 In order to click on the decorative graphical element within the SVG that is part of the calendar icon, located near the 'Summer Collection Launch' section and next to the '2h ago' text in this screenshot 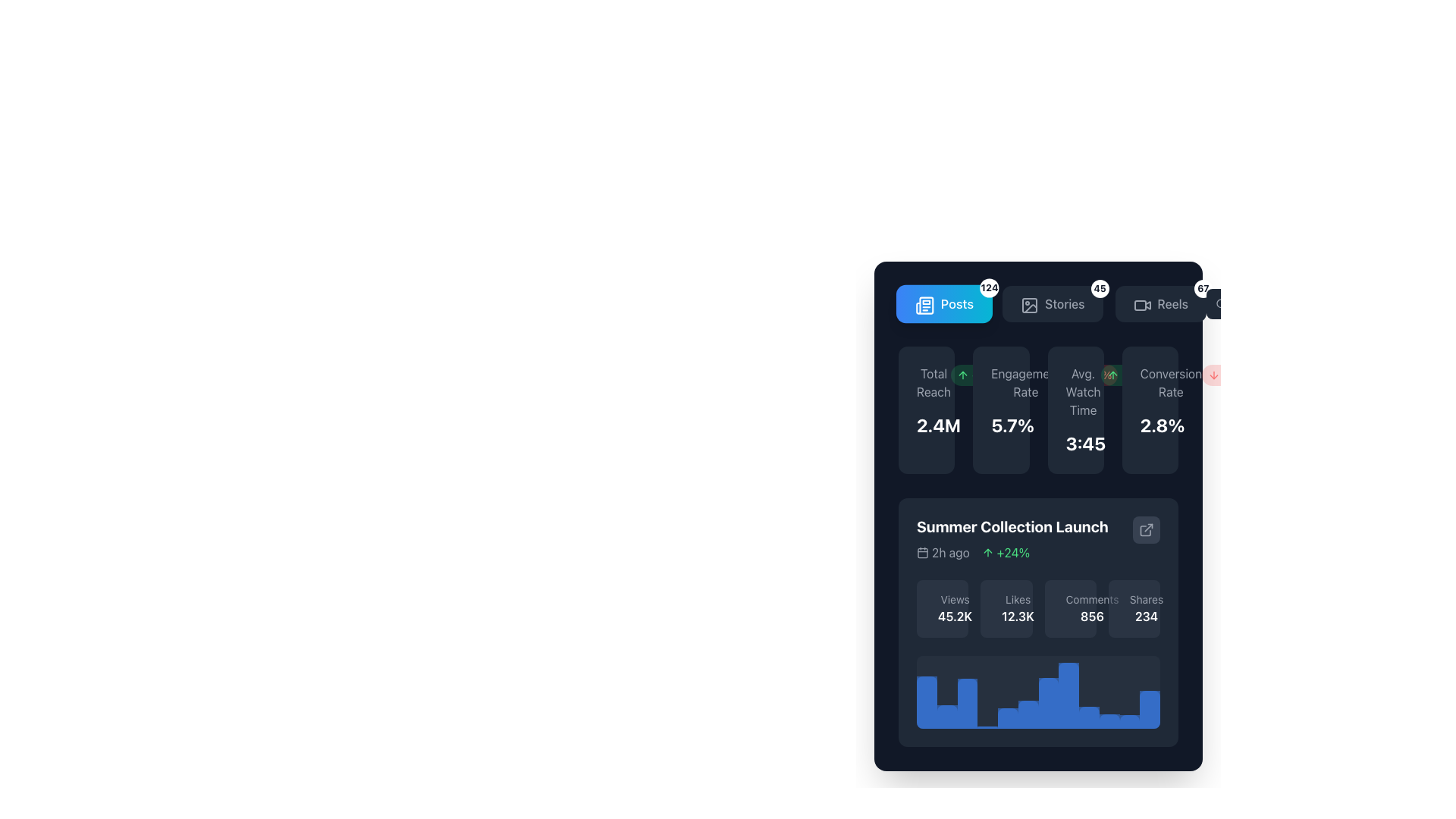, I will do `click(922, 553)`.